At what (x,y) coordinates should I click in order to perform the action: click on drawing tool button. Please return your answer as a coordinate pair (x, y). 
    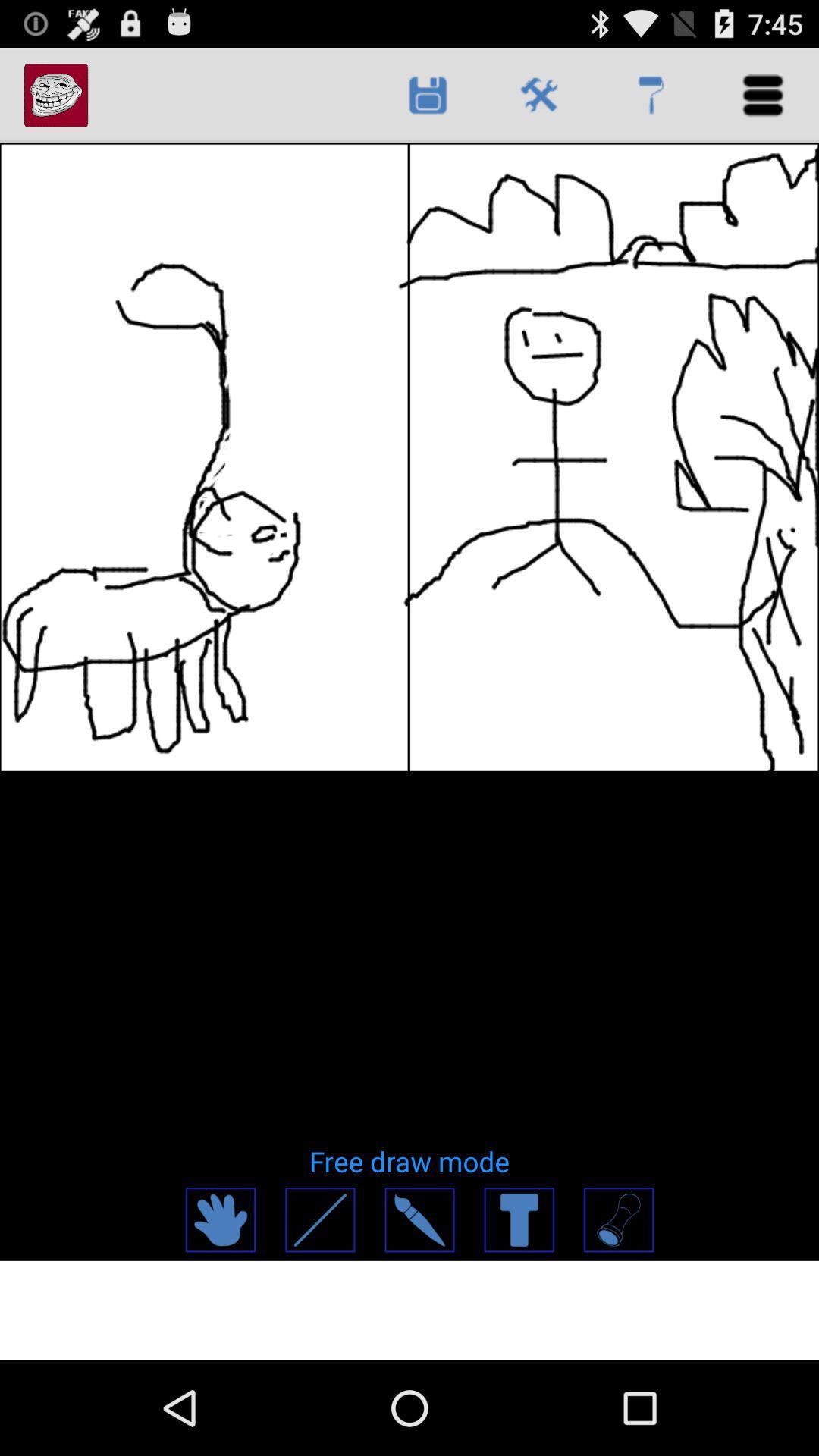
    Looking at the image, I should click on (618, 1219).